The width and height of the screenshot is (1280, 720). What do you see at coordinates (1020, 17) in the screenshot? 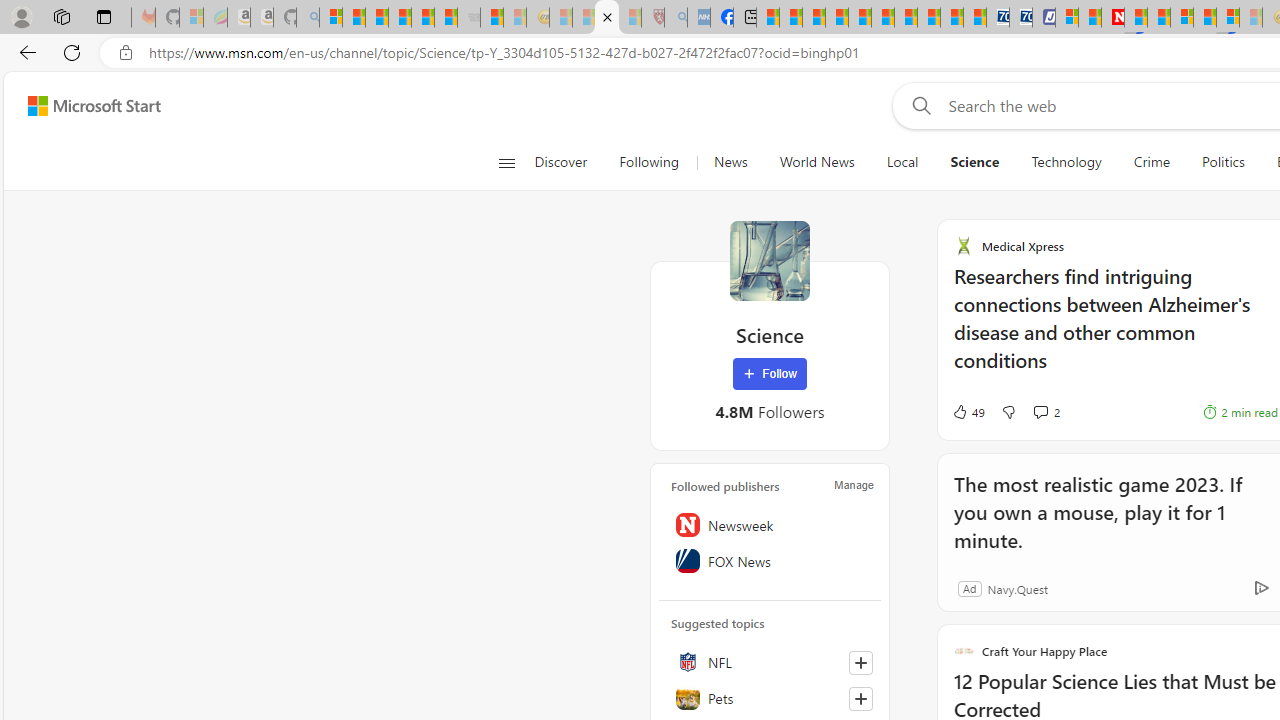
I see `'Cheap Hotels - Save70.com'` at bounding box center [1020, 17].